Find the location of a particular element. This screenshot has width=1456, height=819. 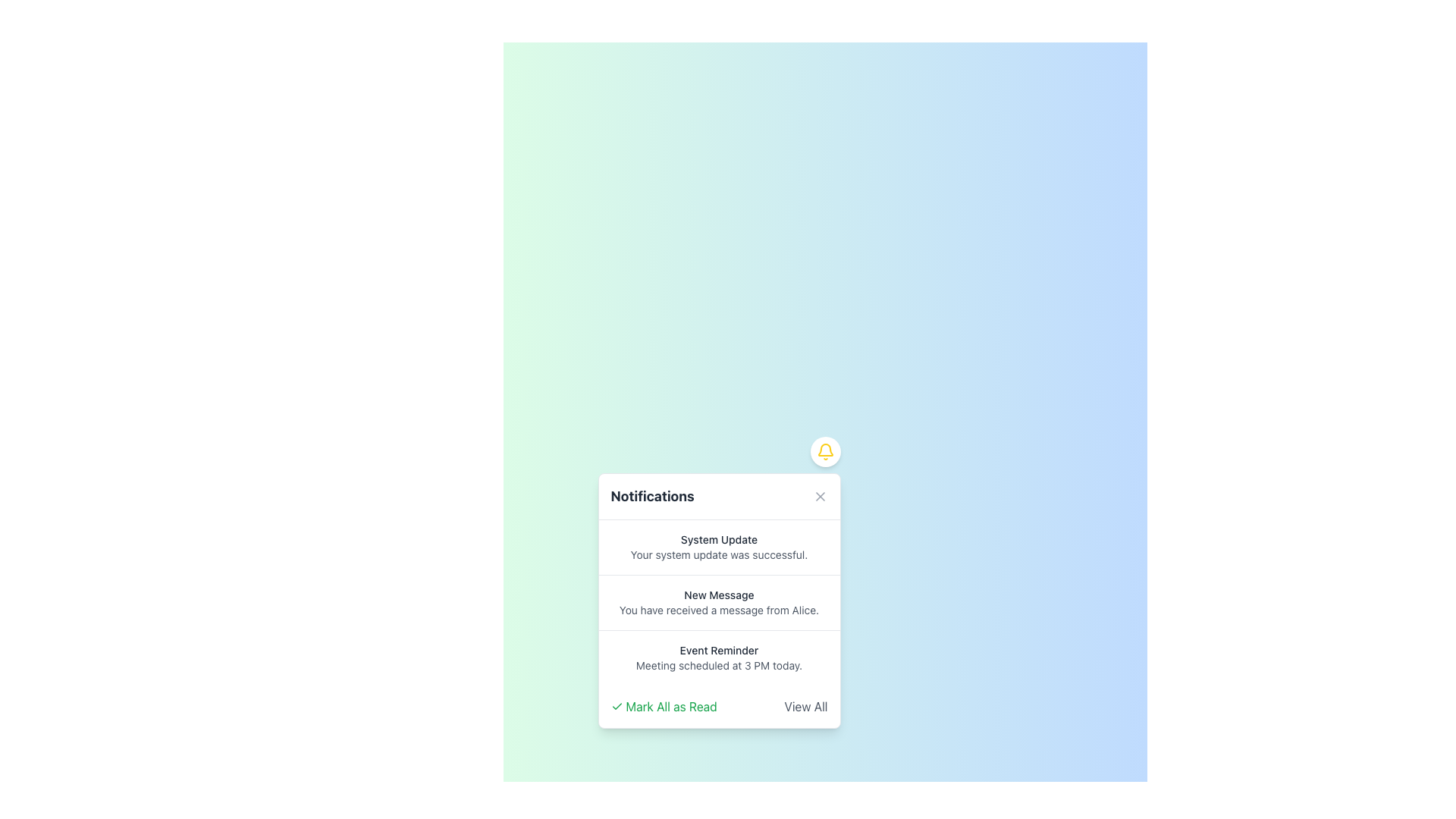

the notification icon button located in the upper-right section of the interface is located at coordinates (824, 451).